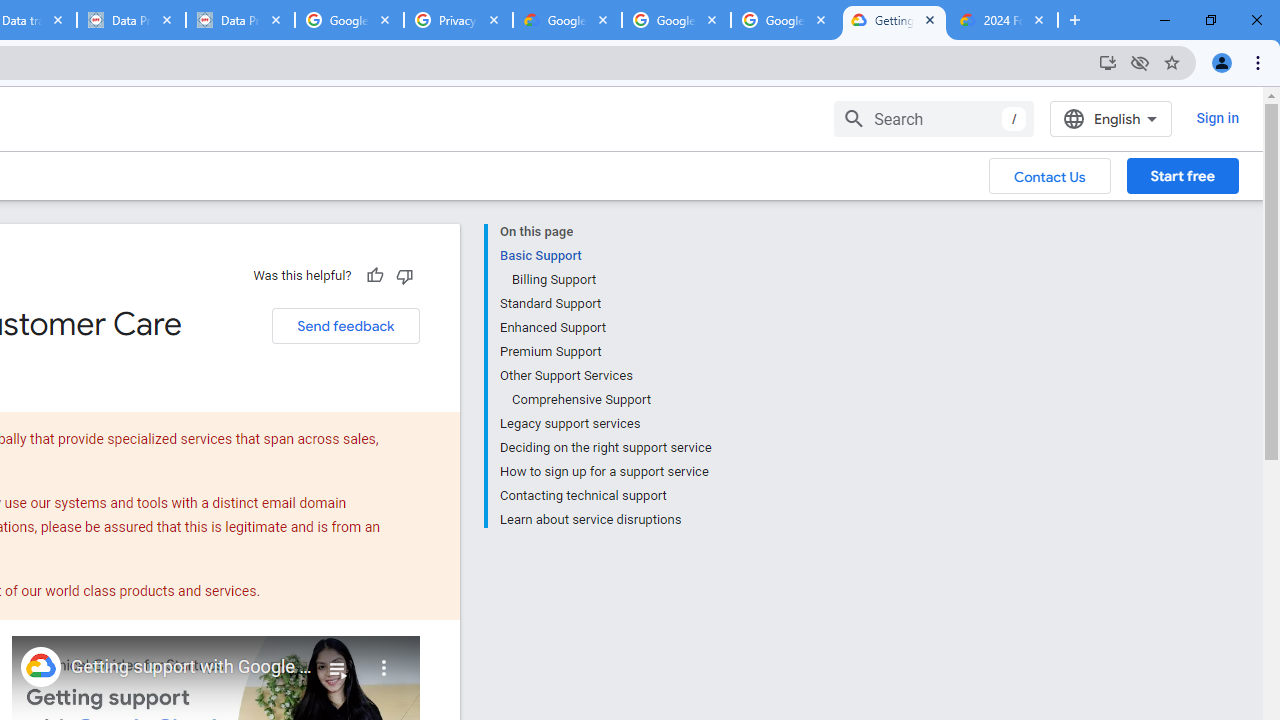 This screenshot has height=720, width=1280. I want to click on 'English', so click(1110, 118).